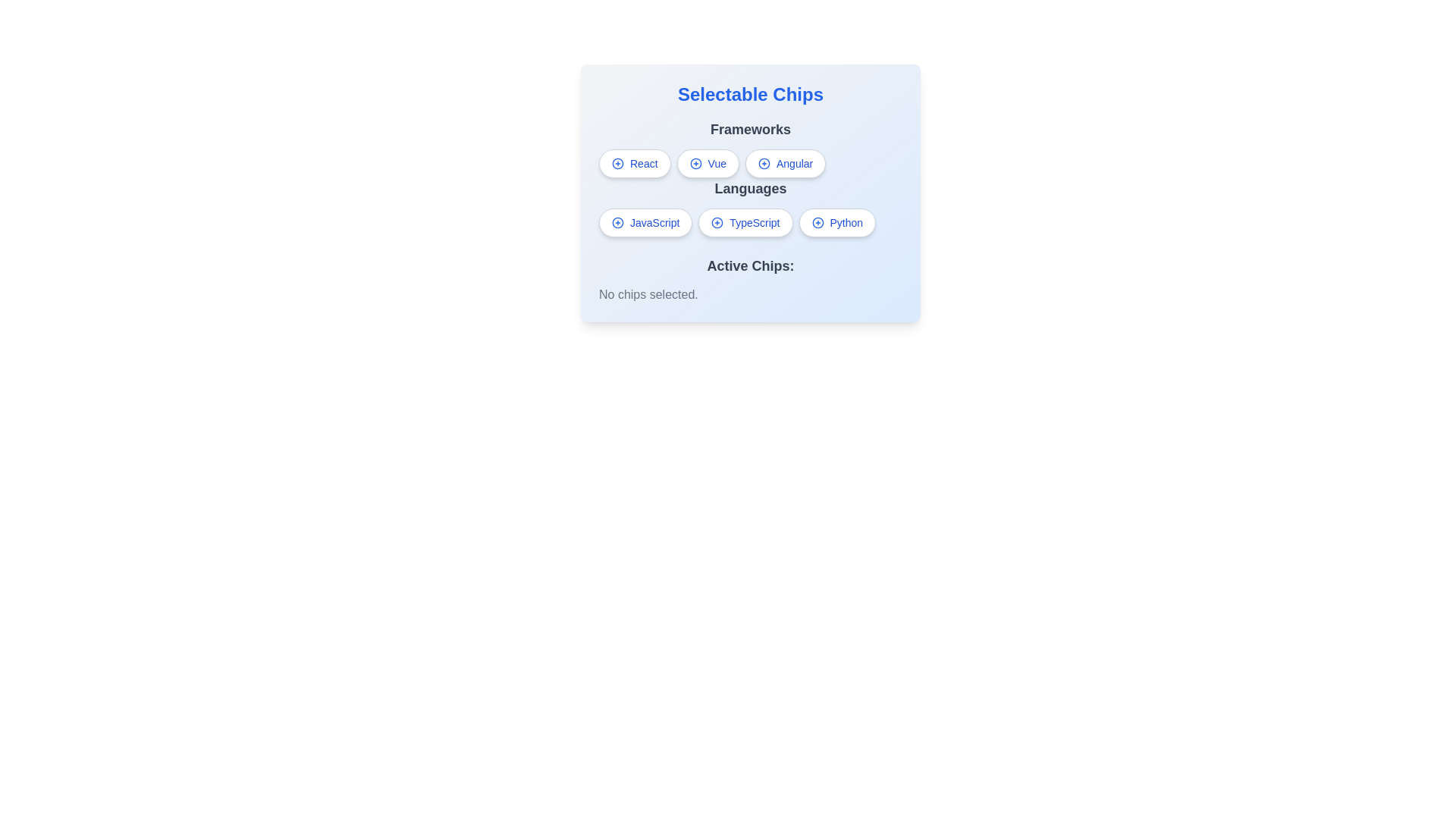 This screenshot has width=1456, height=819. What do you see at coordinates (764, 164) in the screenshot?
I see `the button-like clickable icon located at the bottom-middle of the 'Angular' chip in the 'Frameworks' section` at bounding box center [764, 164].